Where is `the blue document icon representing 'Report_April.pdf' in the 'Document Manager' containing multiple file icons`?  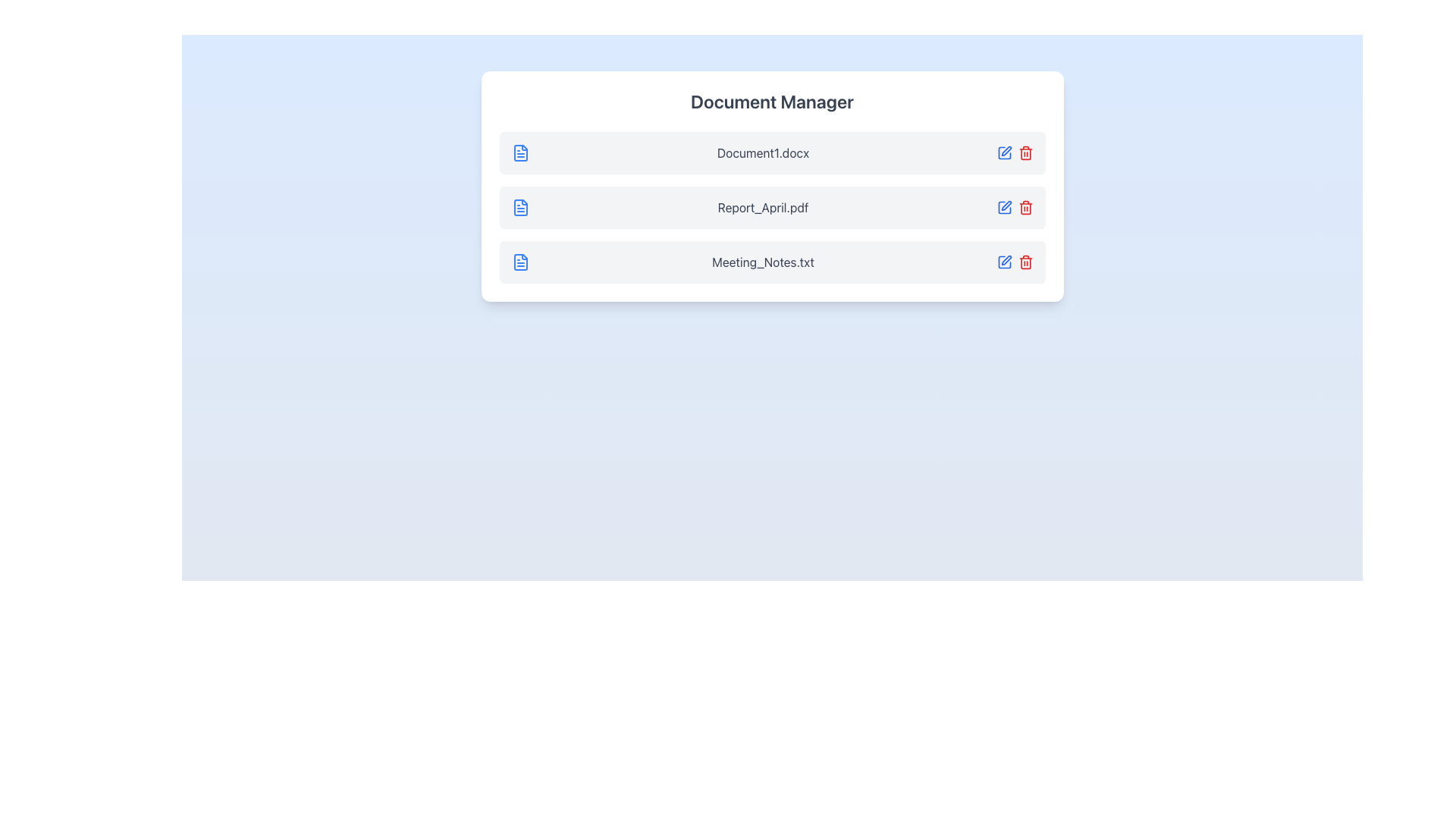 the blue document icon representing 'Report_April.pdf' in the 'Document Manager' containing multiple file icons is located at coordinates (520, 207).